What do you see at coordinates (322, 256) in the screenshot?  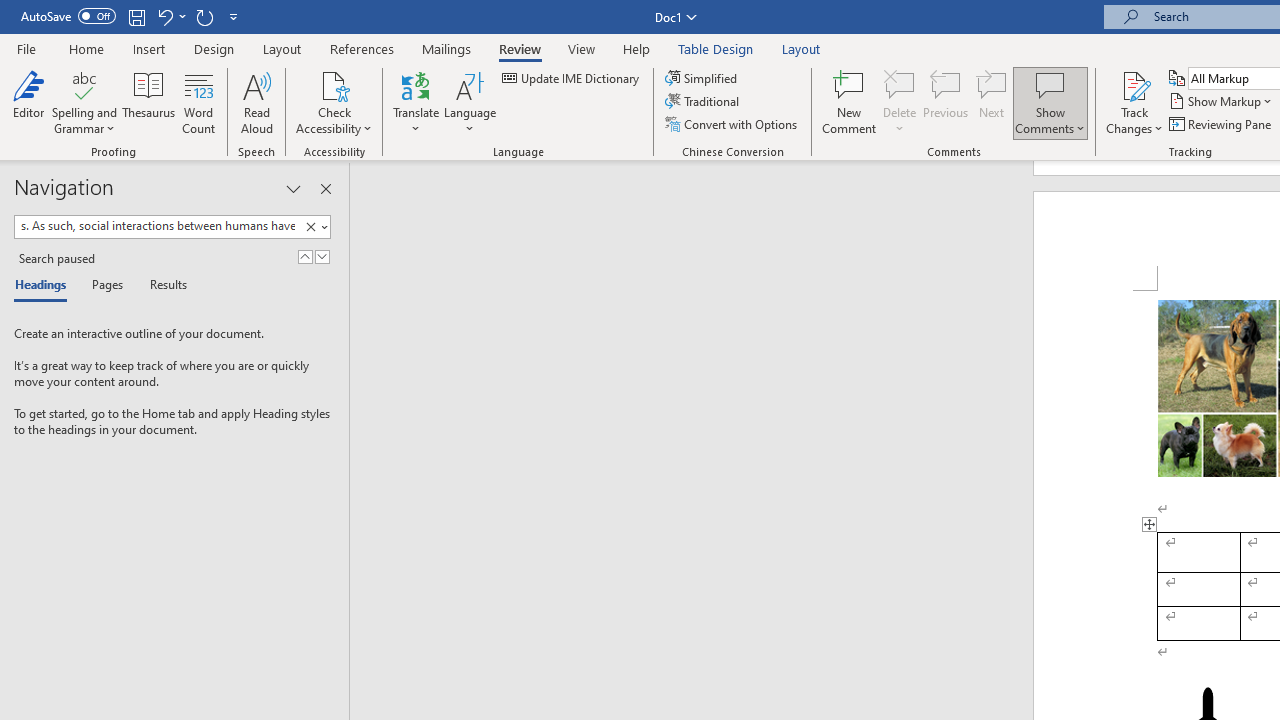 I see `'Next Result'` at bounding box center [322, 256].